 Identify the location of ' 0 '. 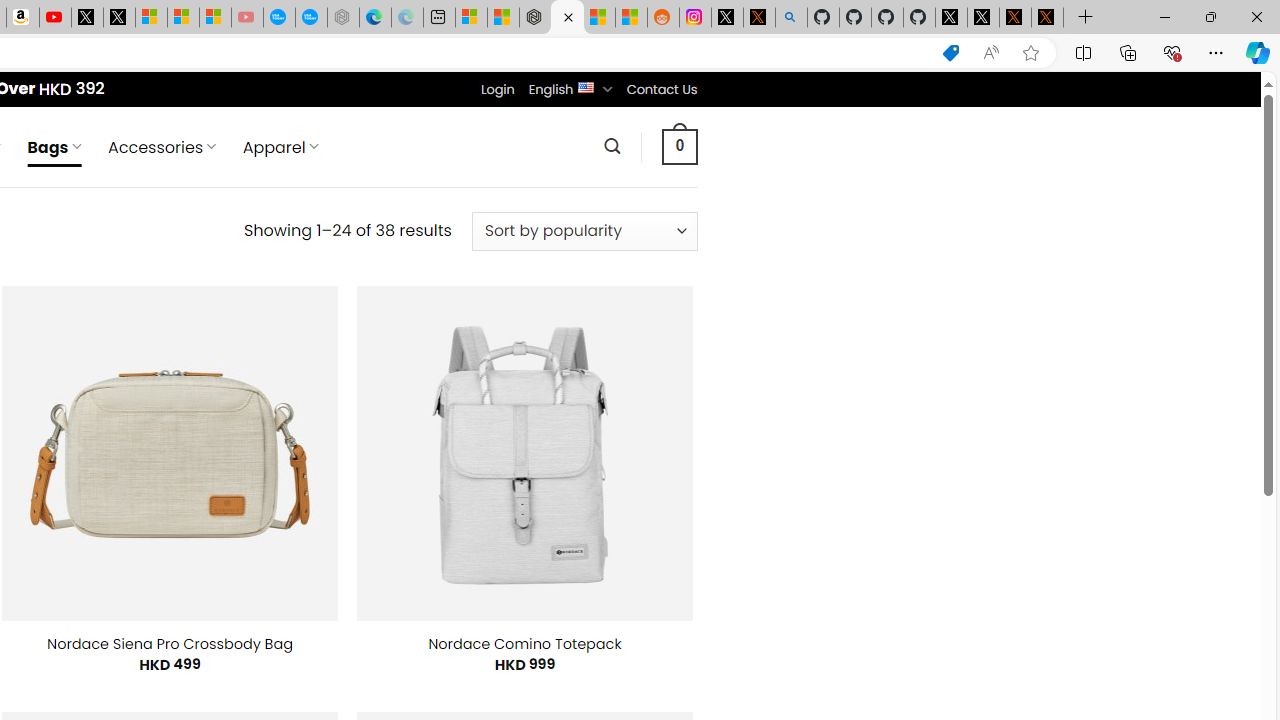
(679, 145).